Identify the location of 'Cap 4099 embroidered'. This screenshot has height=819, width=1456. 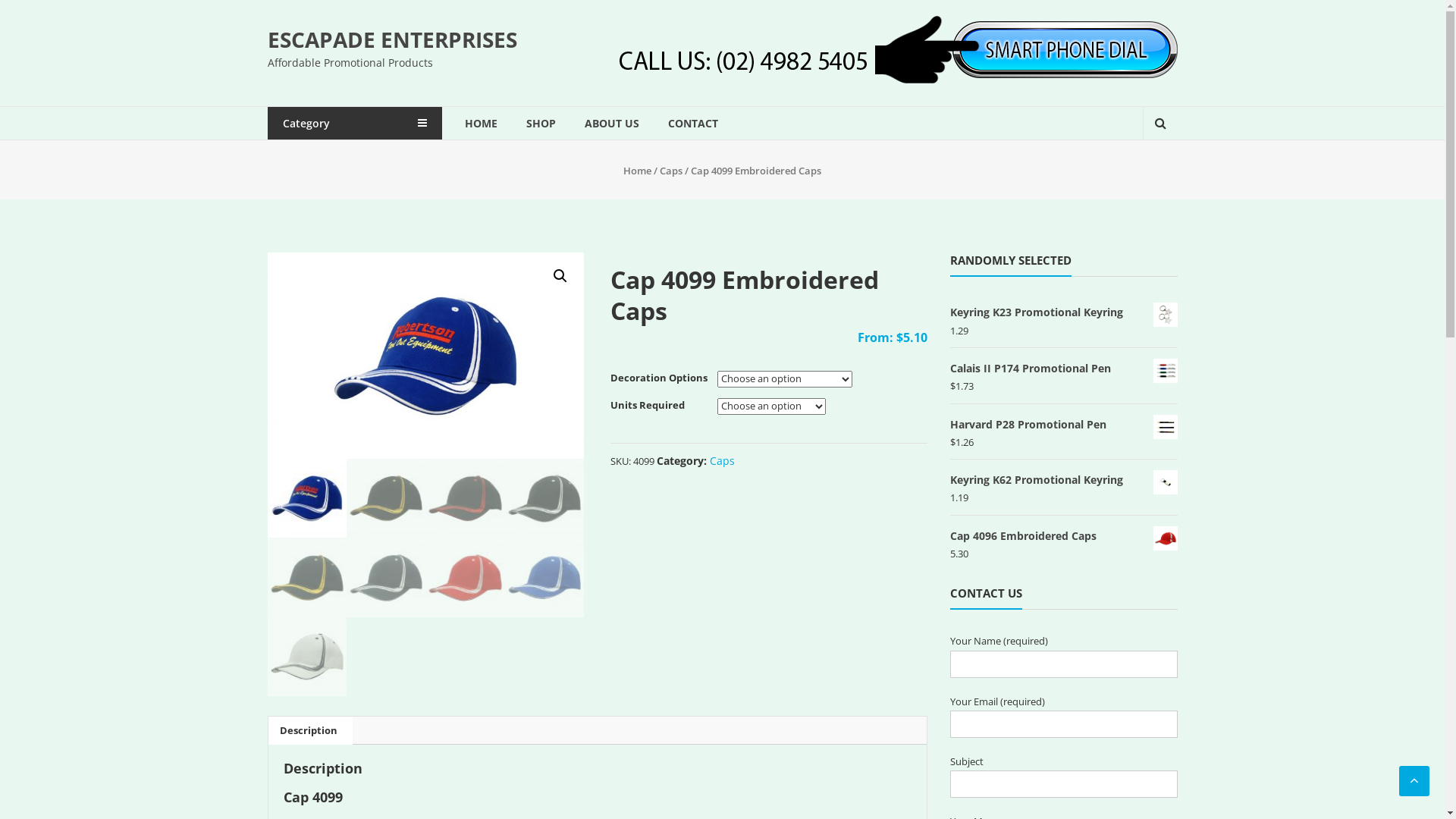
(266, 356).